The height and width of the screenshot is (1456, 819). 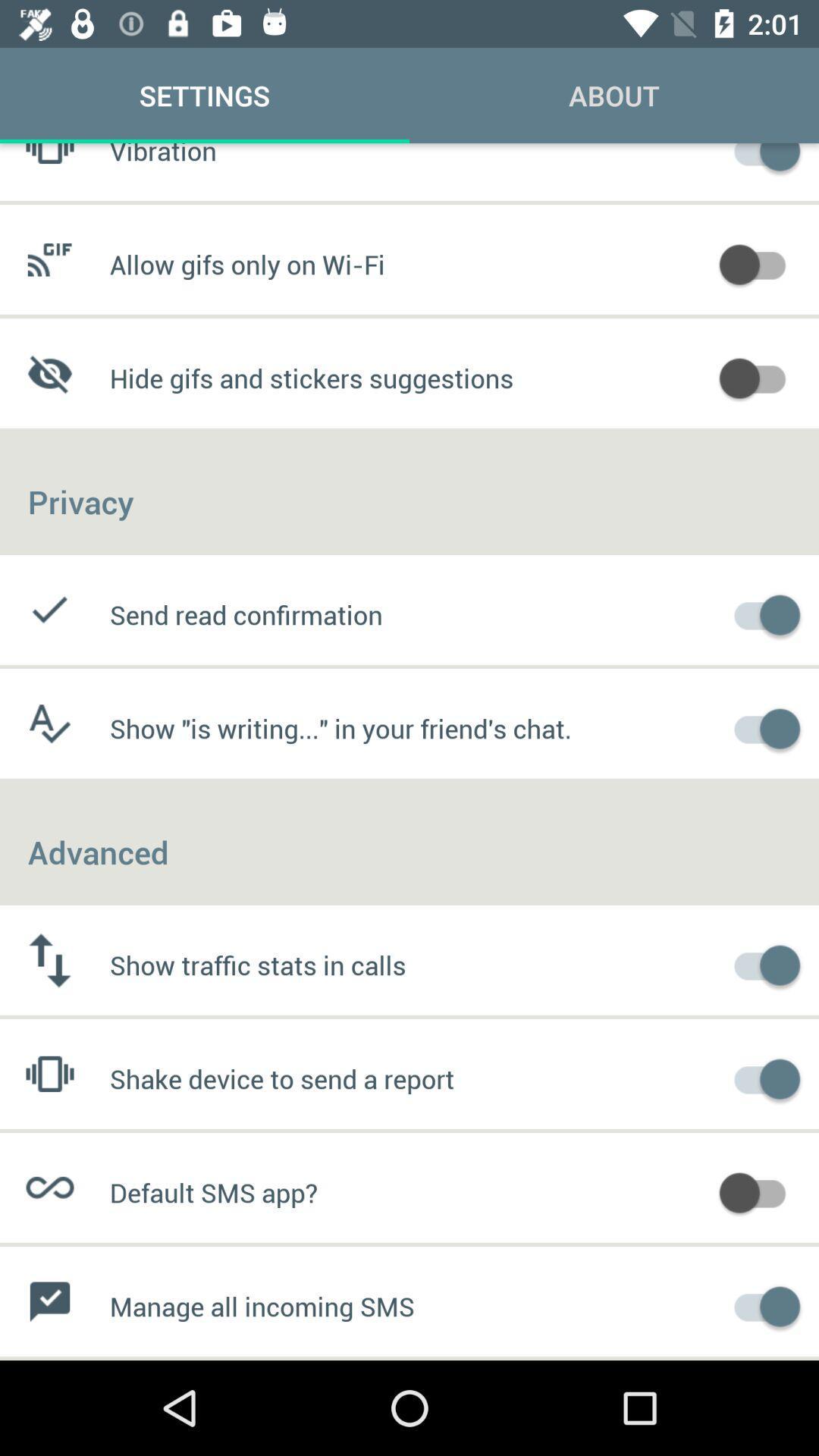 What do you see at coordinates (760, 613) in the screenshot?
I see `activate send read confirmation` at bounding box center [760, 613].